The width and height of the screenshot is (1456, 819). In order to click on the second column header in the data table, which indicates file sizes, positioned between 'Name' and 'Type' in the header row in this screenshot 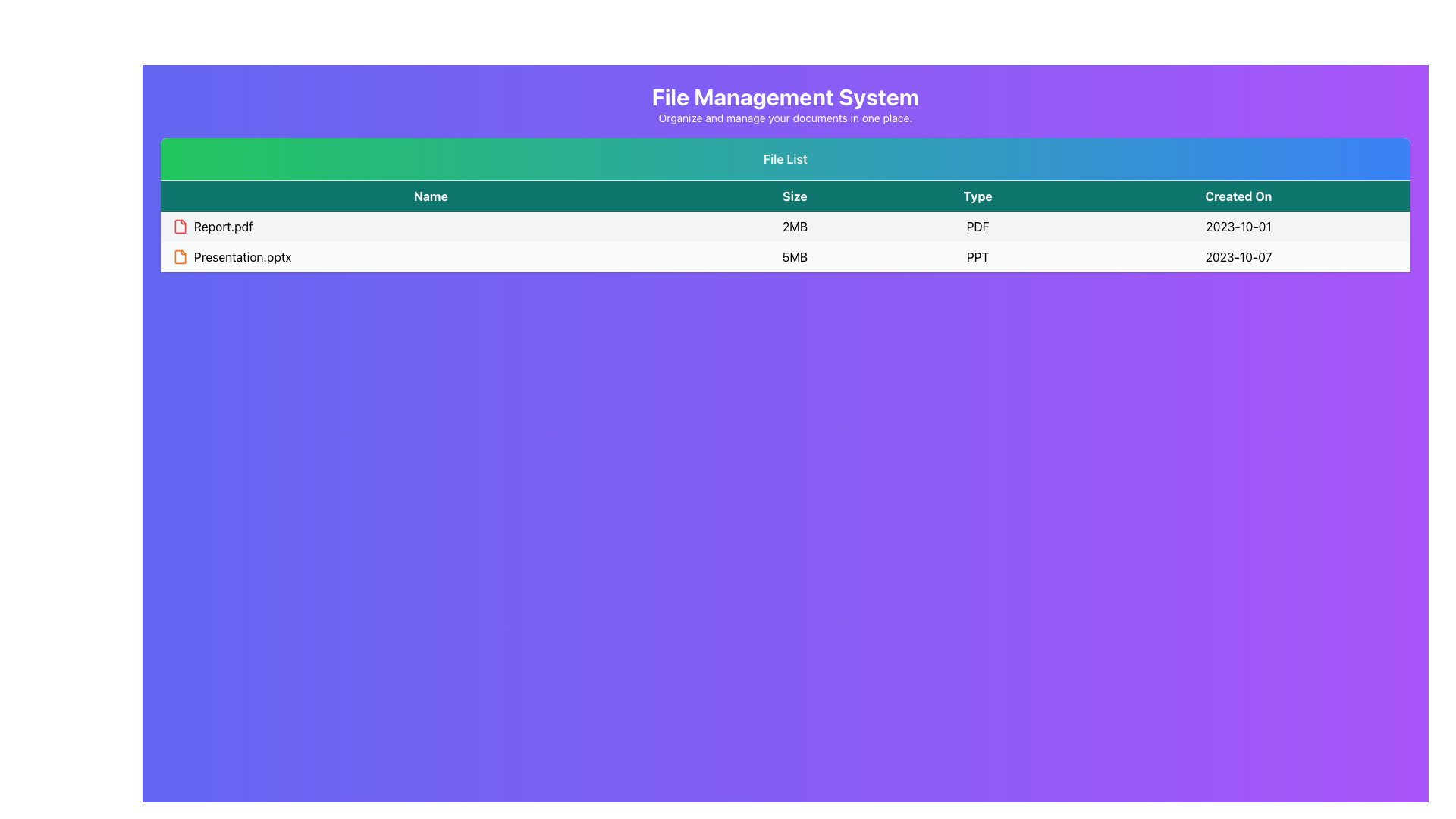, I will do `click(794, 195)`.